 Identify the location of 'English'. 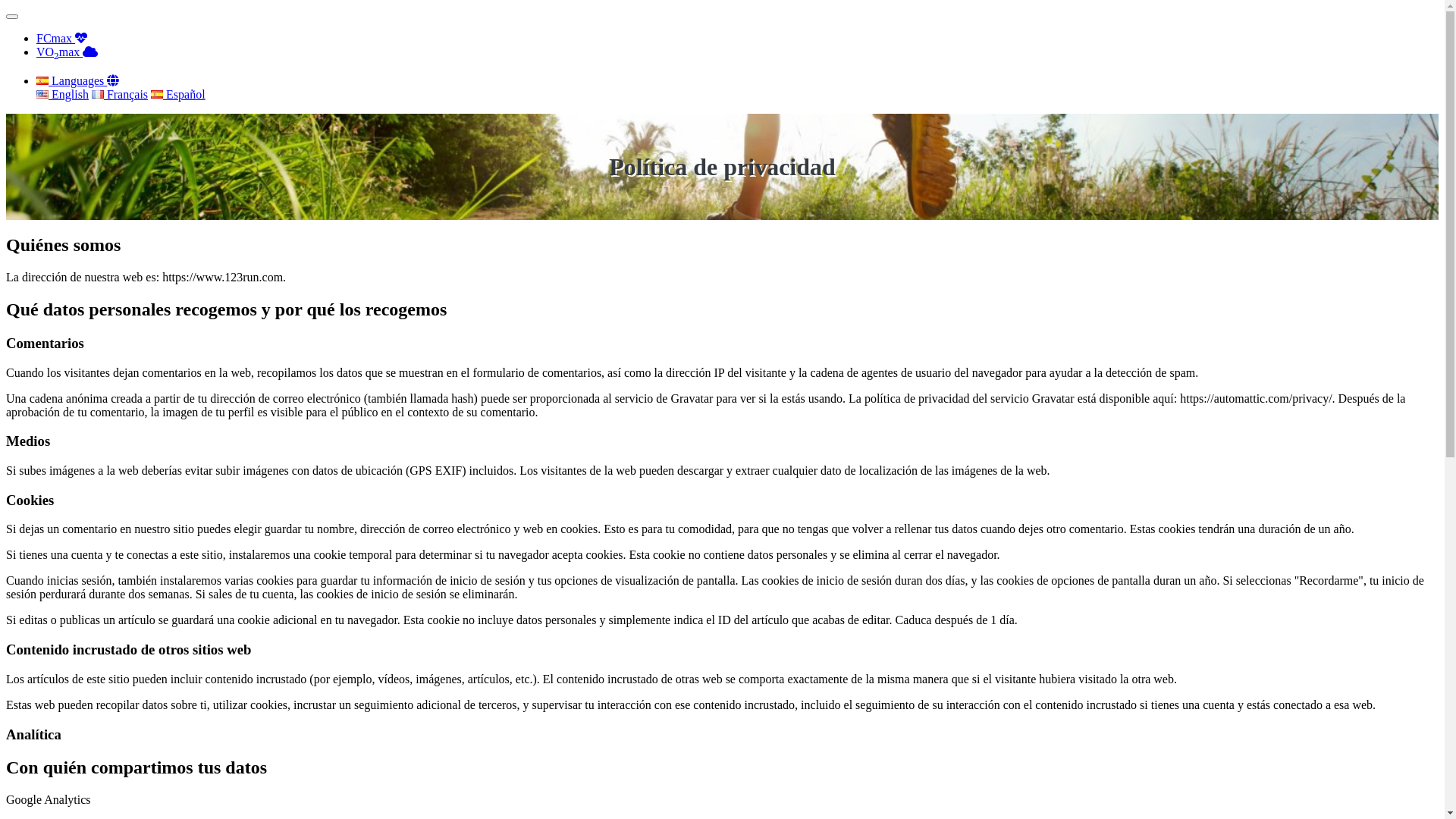
(61, 94).